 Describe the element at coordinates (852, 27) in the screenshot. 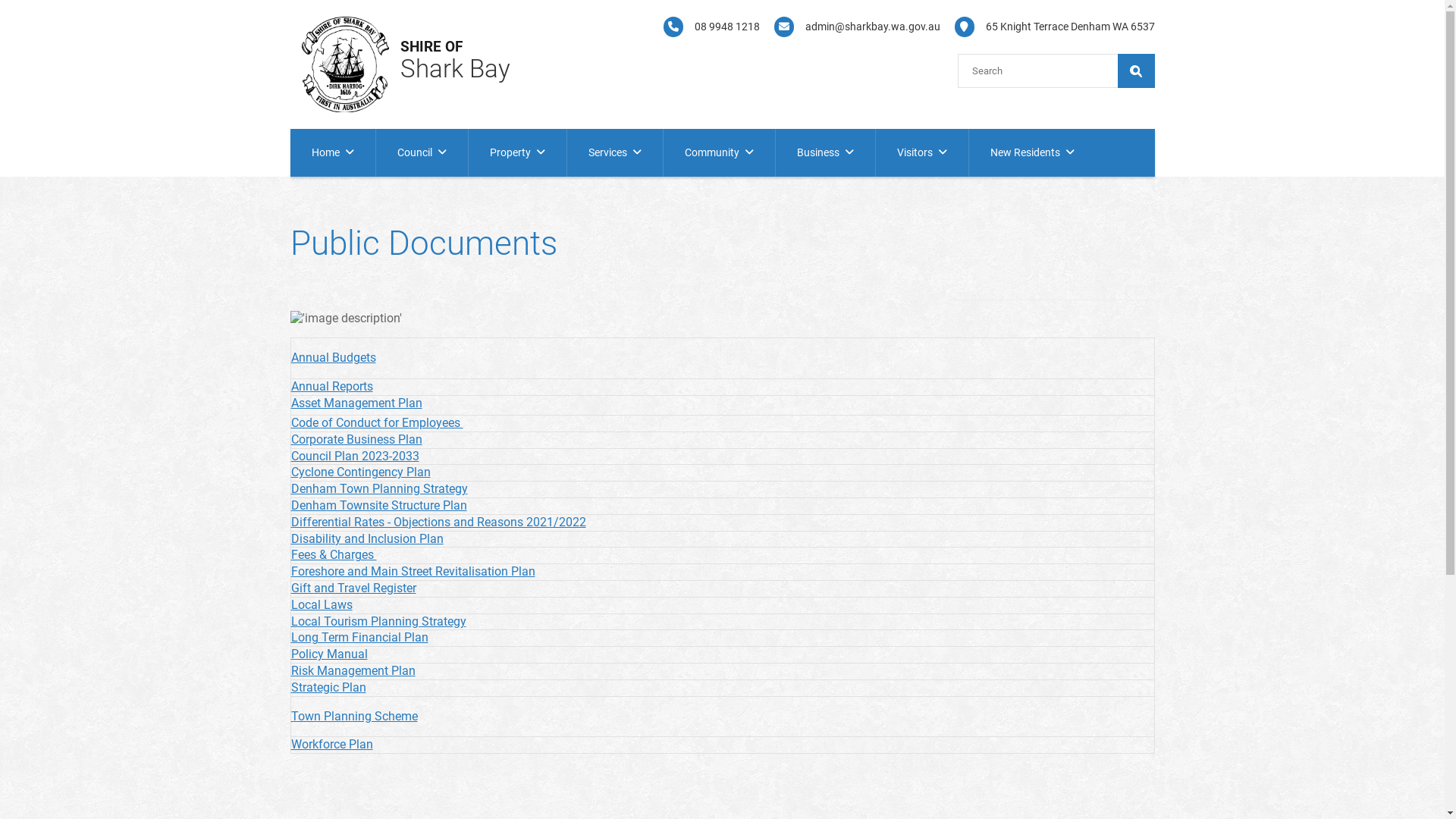

I see `'admin@sharkbay.wa.gov.au'` at that location.